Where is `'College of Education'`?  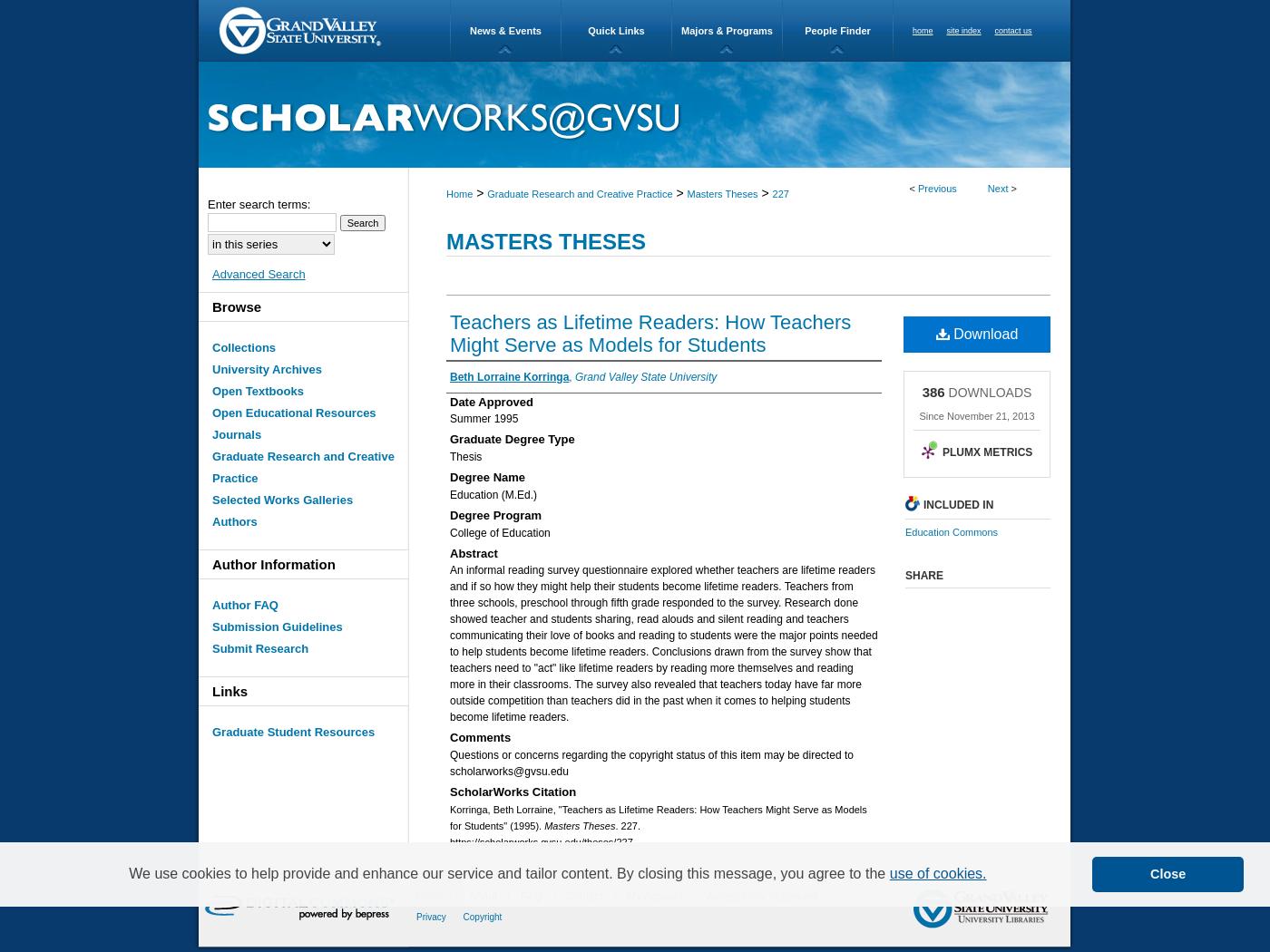 'College of Education' is located at coordinates (500, 530).